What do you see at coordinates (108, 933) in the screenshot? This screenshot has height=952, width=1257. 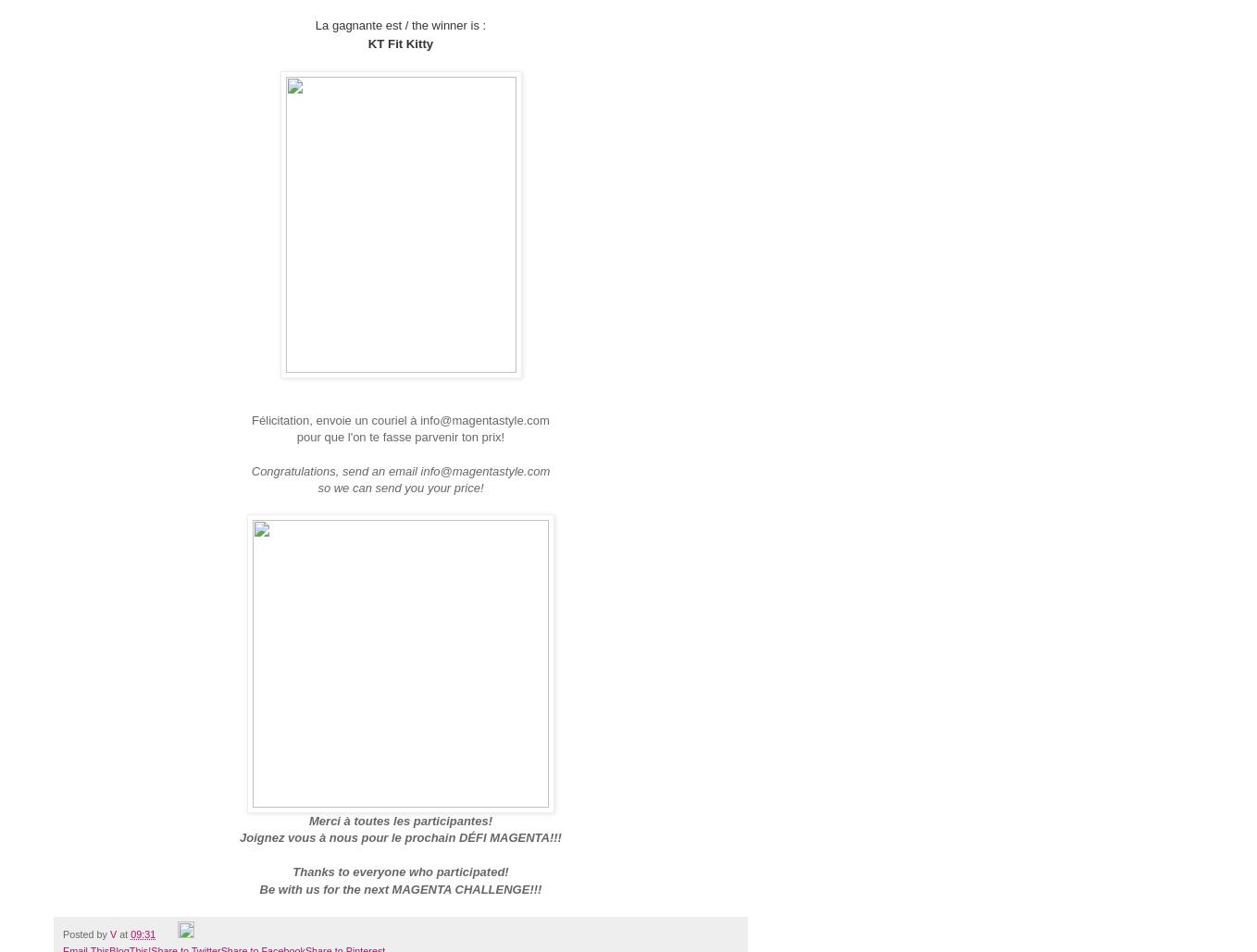 I see `'V'` at bounding box center [108, 933].